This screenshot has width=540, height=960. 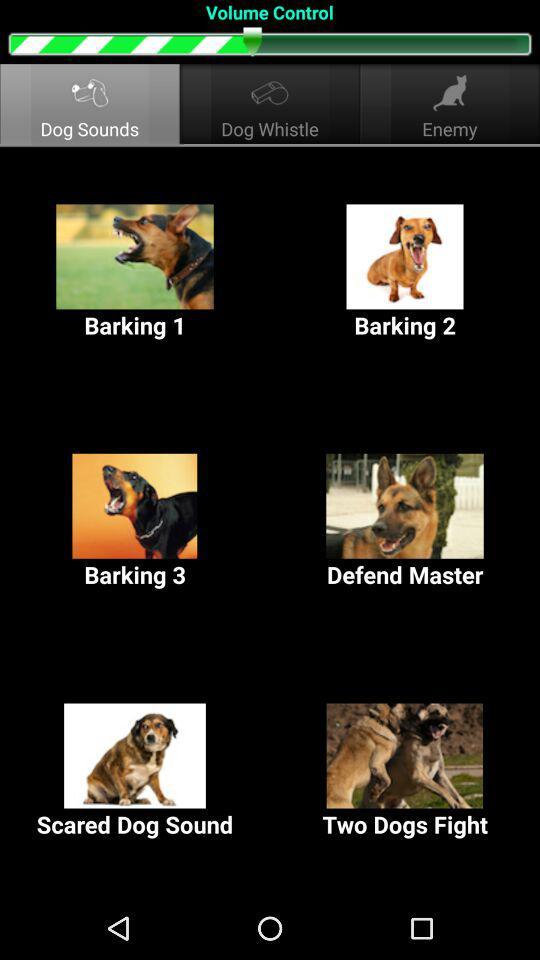 What do you see at coordinates (405, 271) in the screenshot?
I see `the barking 2 item` at bounding box center [405, 271].